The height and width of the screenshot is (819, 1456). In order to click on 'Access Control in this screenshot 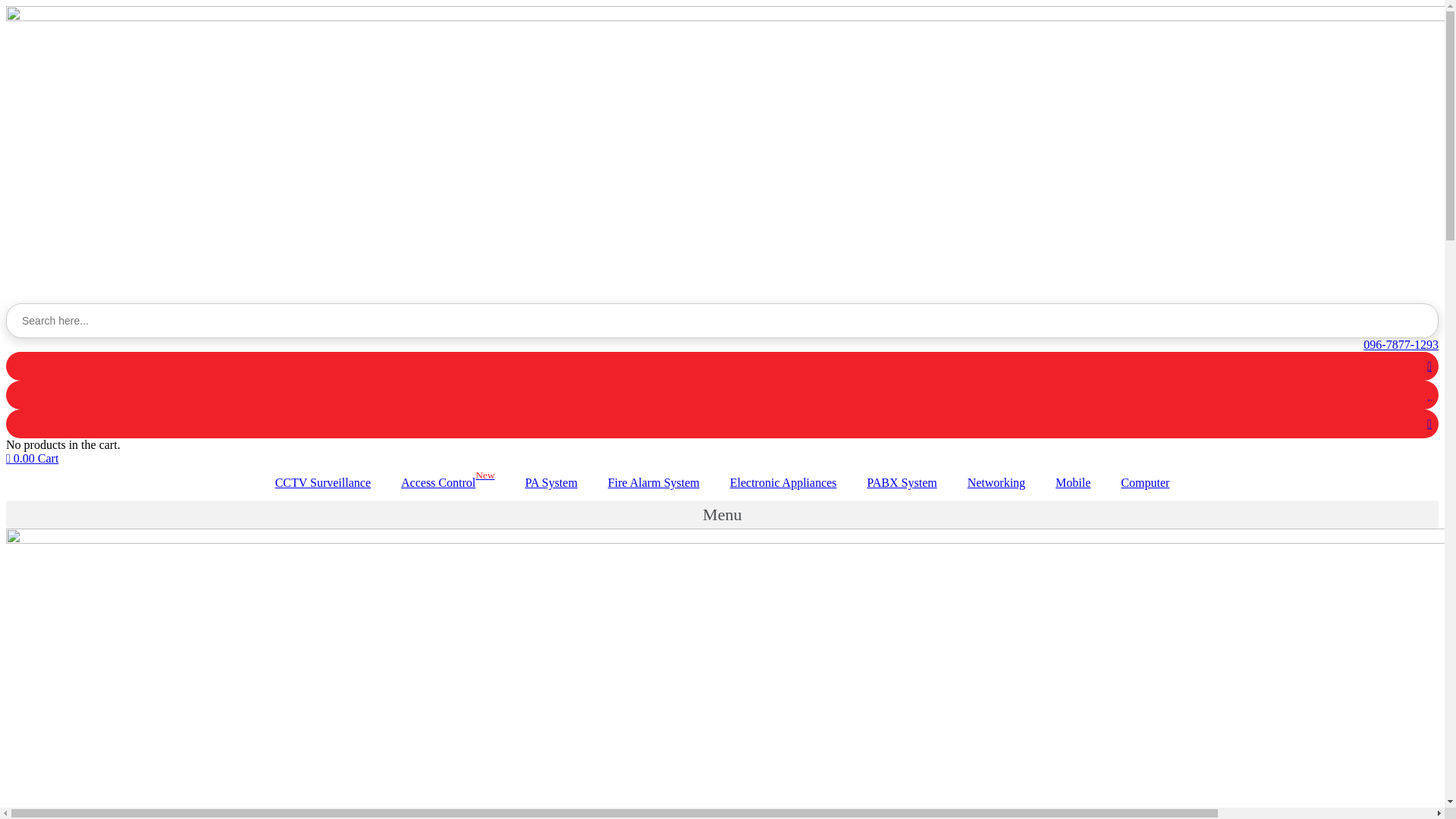, I will do `click(447, 482)`.